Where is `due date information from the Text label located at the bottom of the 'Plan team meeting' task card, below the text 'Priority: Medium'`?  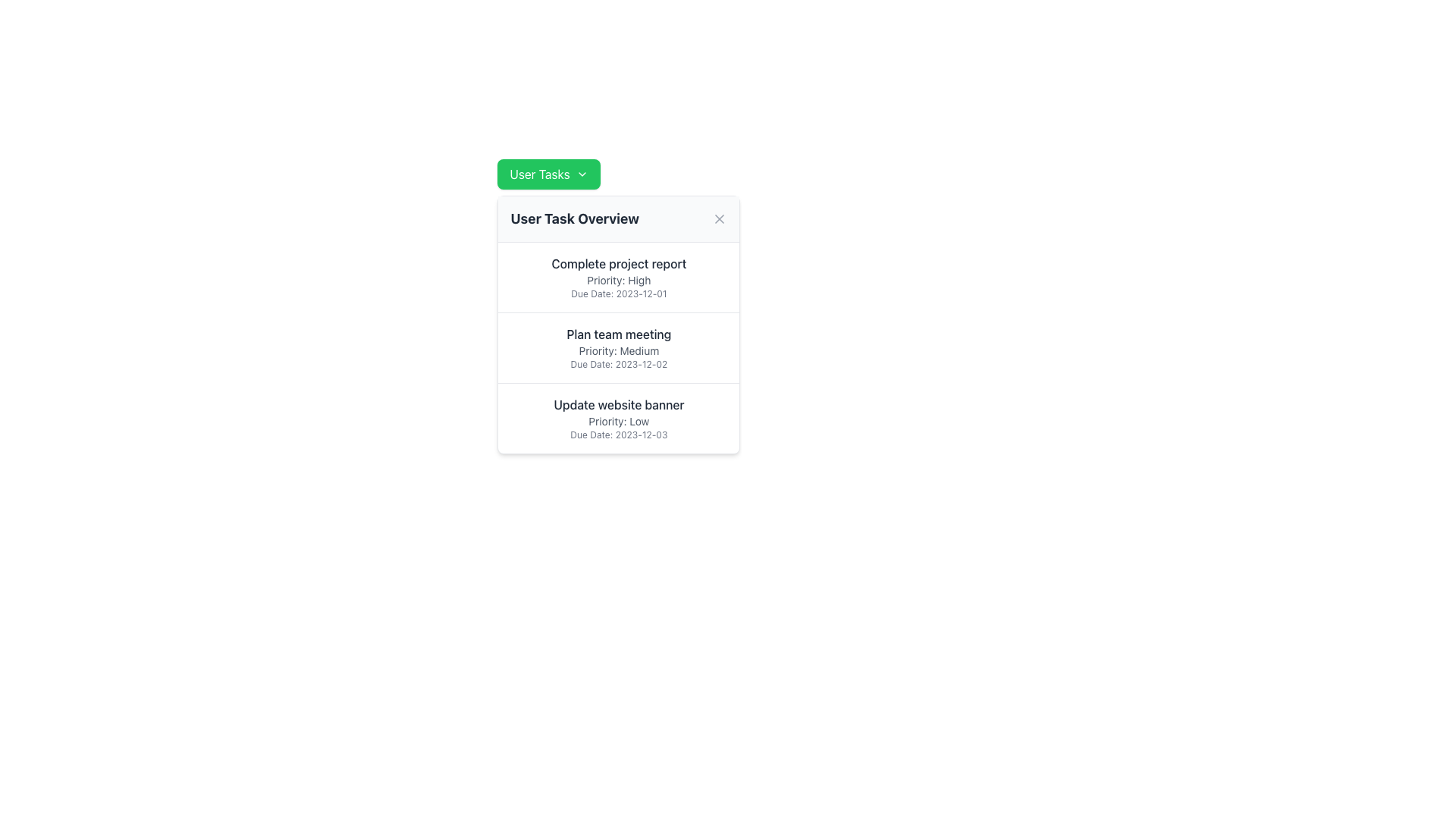 due date information from the Text label located at the bottom of the 'Plan team meeting' task card, below the text 'Priority: Medium' is located at coordinates (619, 365).